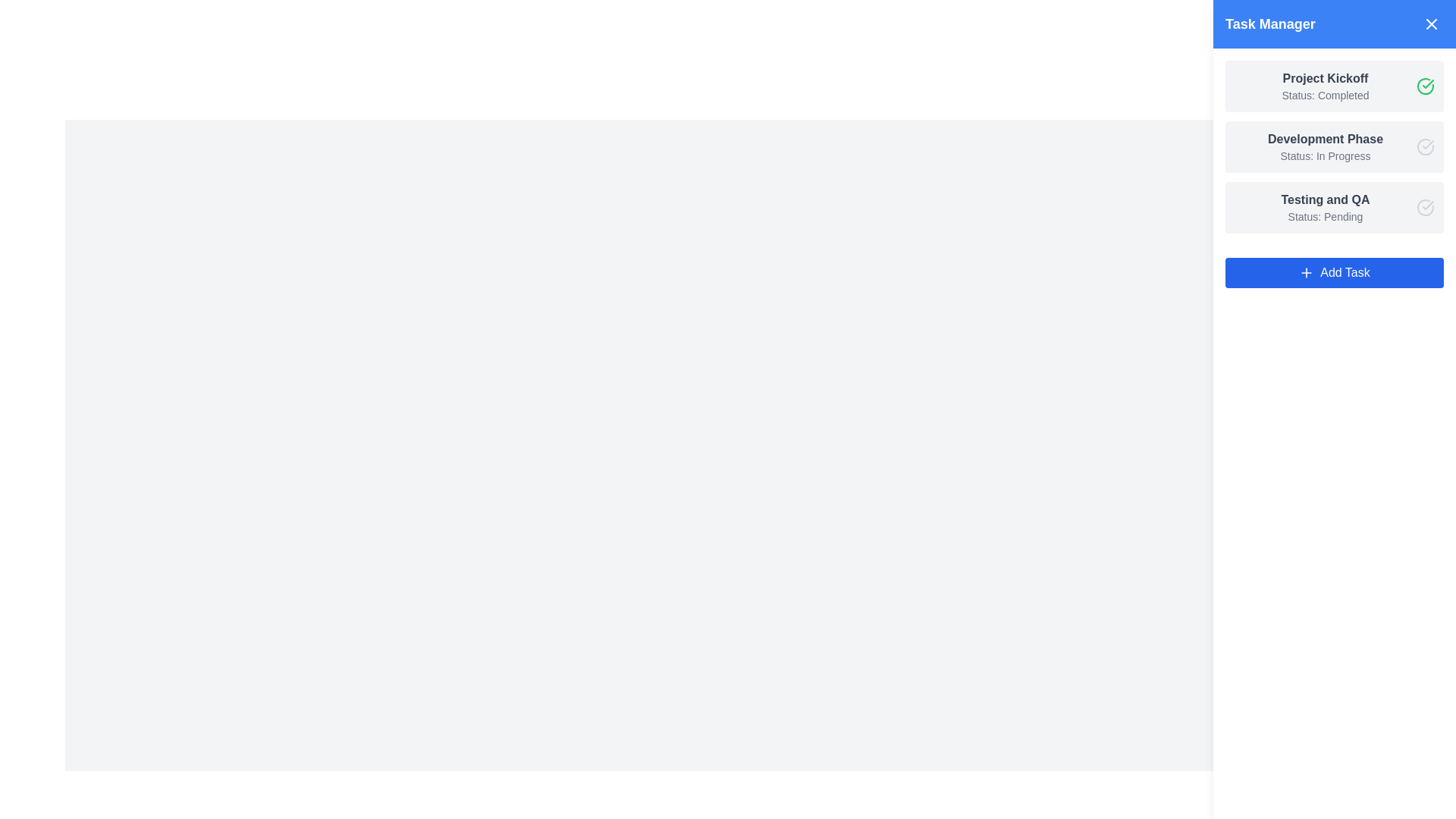 The width and height of the screenshot is (1456, 819). What do you see at coordinates (1425, 86) in the screenshot?
I see `the style of the Status indicator icon located at the far right of the 'Project Kickoff' item in the 'Task Manager' panel, which signifies that the task has been marked as completed` at bounding box center [1425, 86].